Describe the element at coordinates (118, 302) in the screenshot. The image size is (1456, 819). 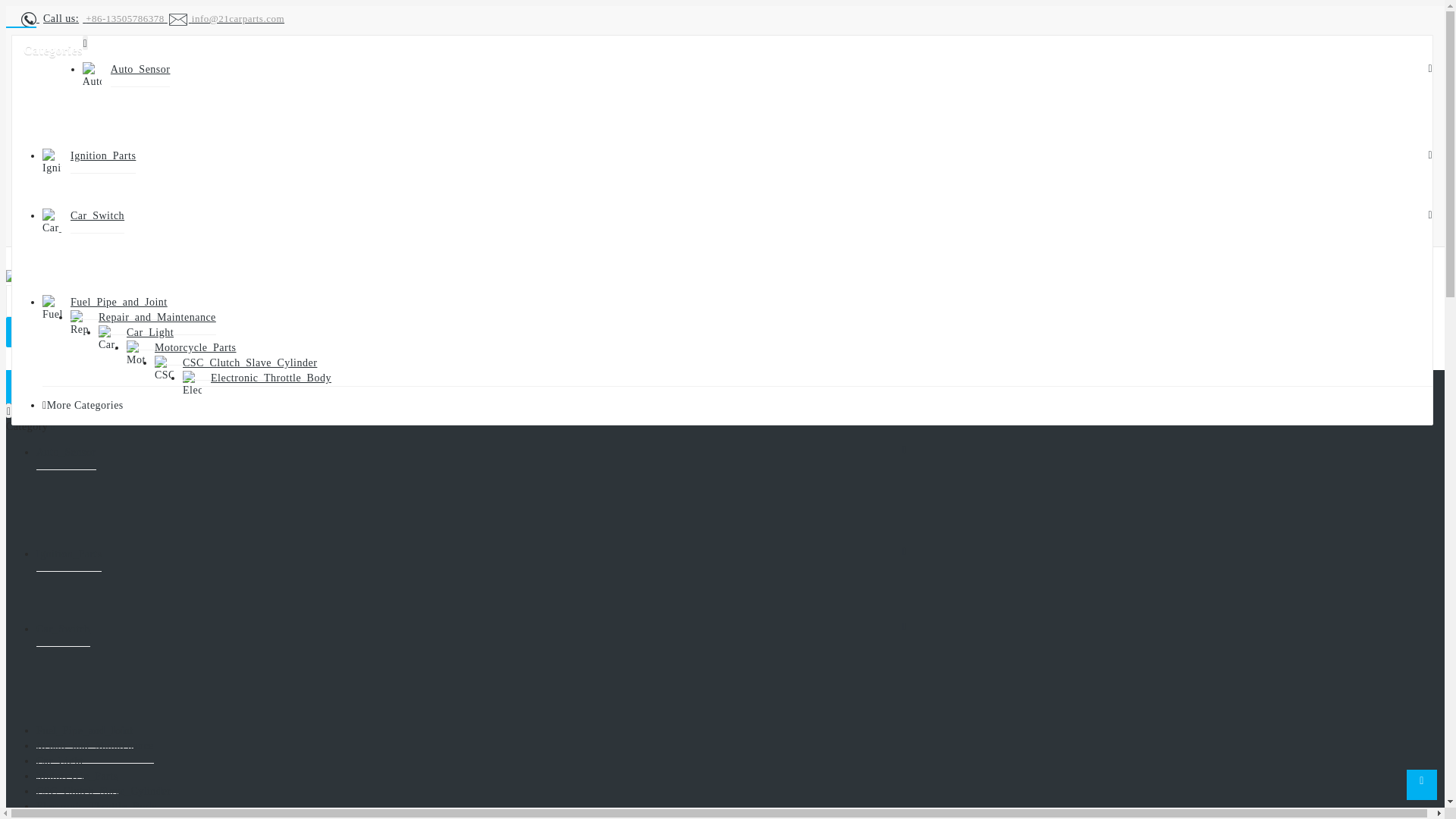
I see `'Fuel_Pipe_And_Joint'` at that location.